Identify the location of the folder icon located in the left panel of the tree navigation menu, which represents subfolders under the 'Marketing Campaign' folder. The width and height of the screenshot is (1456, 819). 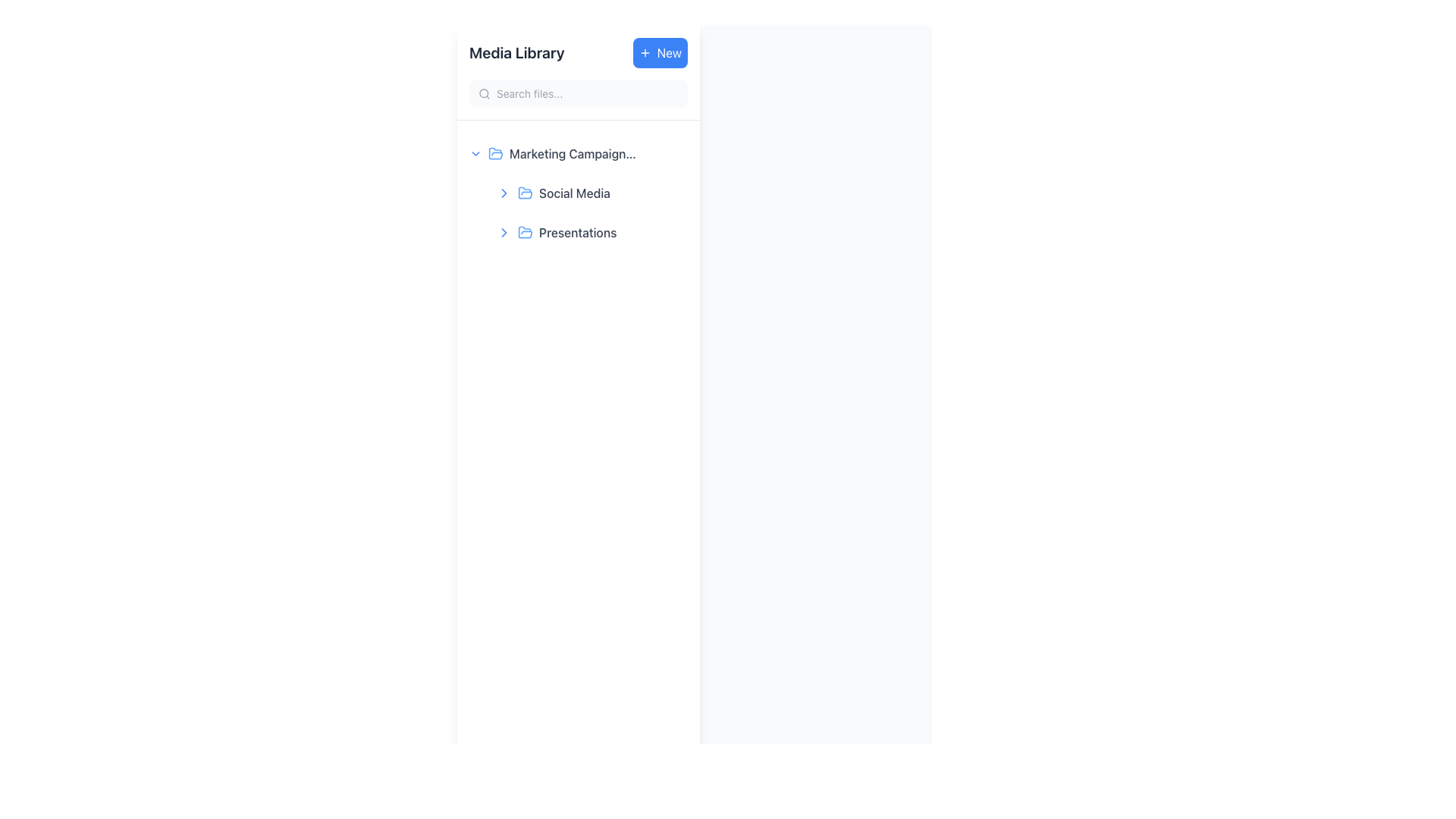
(495, 153).